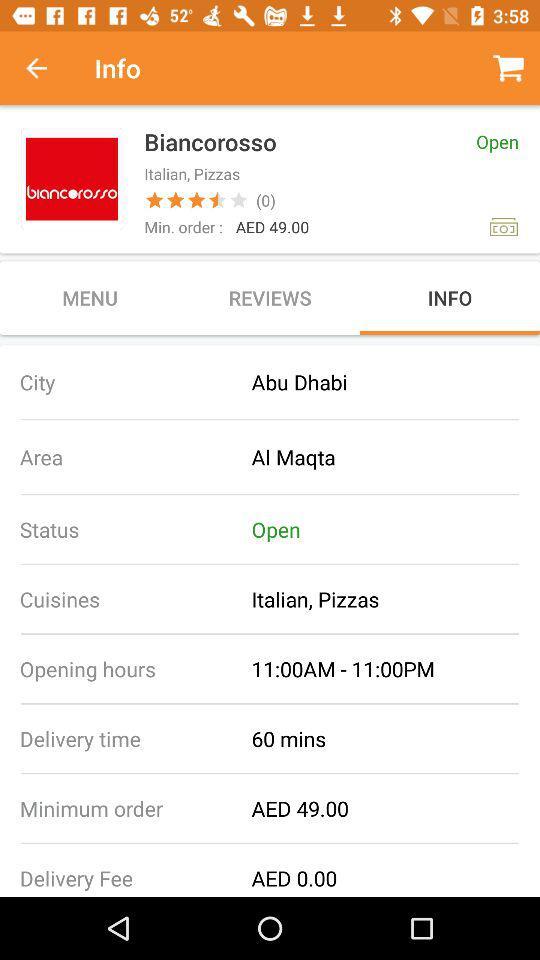 The width and height of the screenshot is (540, 960). What do you see at coordinates (47, 68) in the screenshot?
I see `icon to the left of info` at bounding box center [47, 68].